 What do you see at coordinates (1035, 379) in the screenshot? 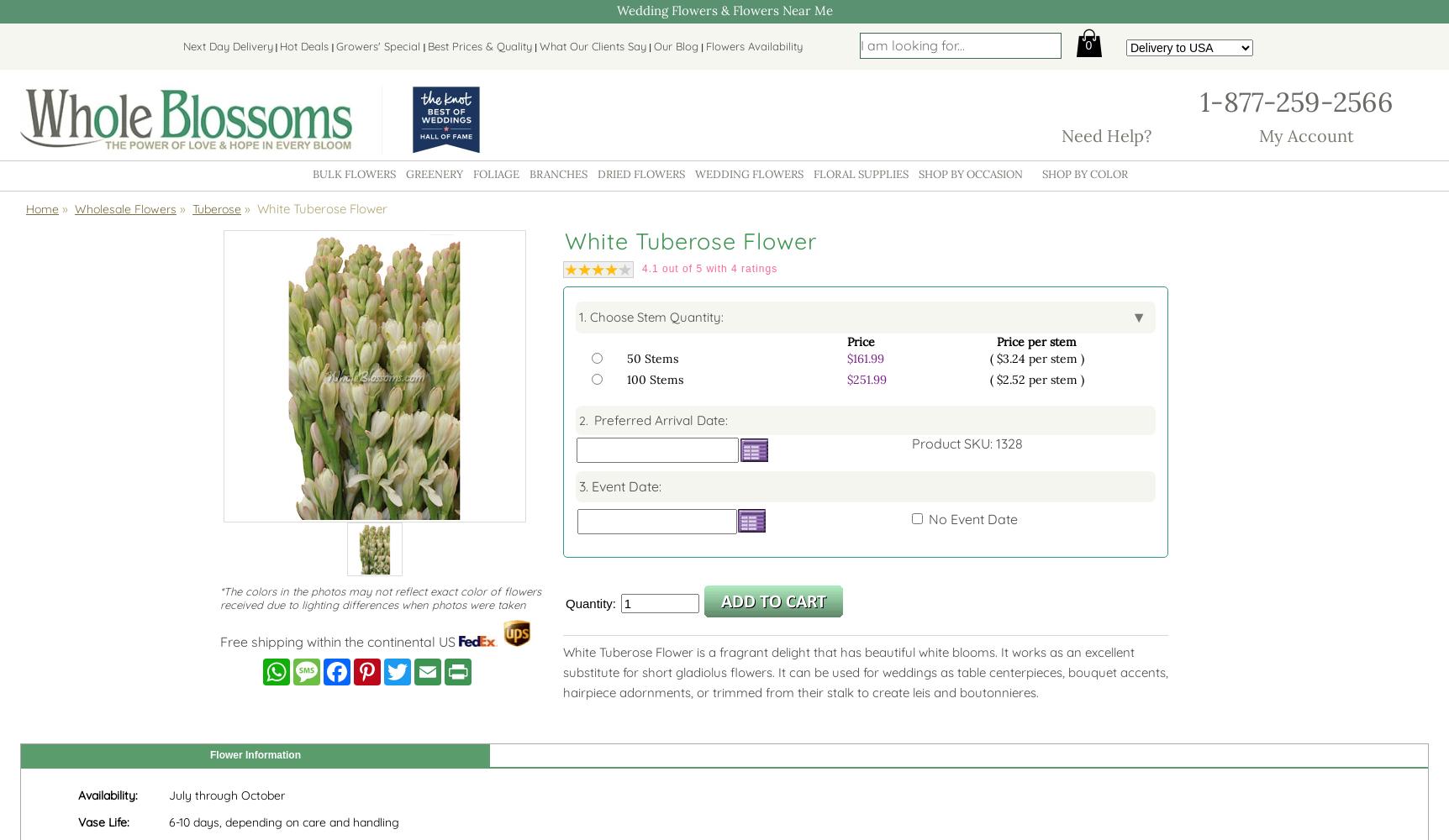
I see `'(  $2.52 per stem )'` at bounding box center [1035, 379].